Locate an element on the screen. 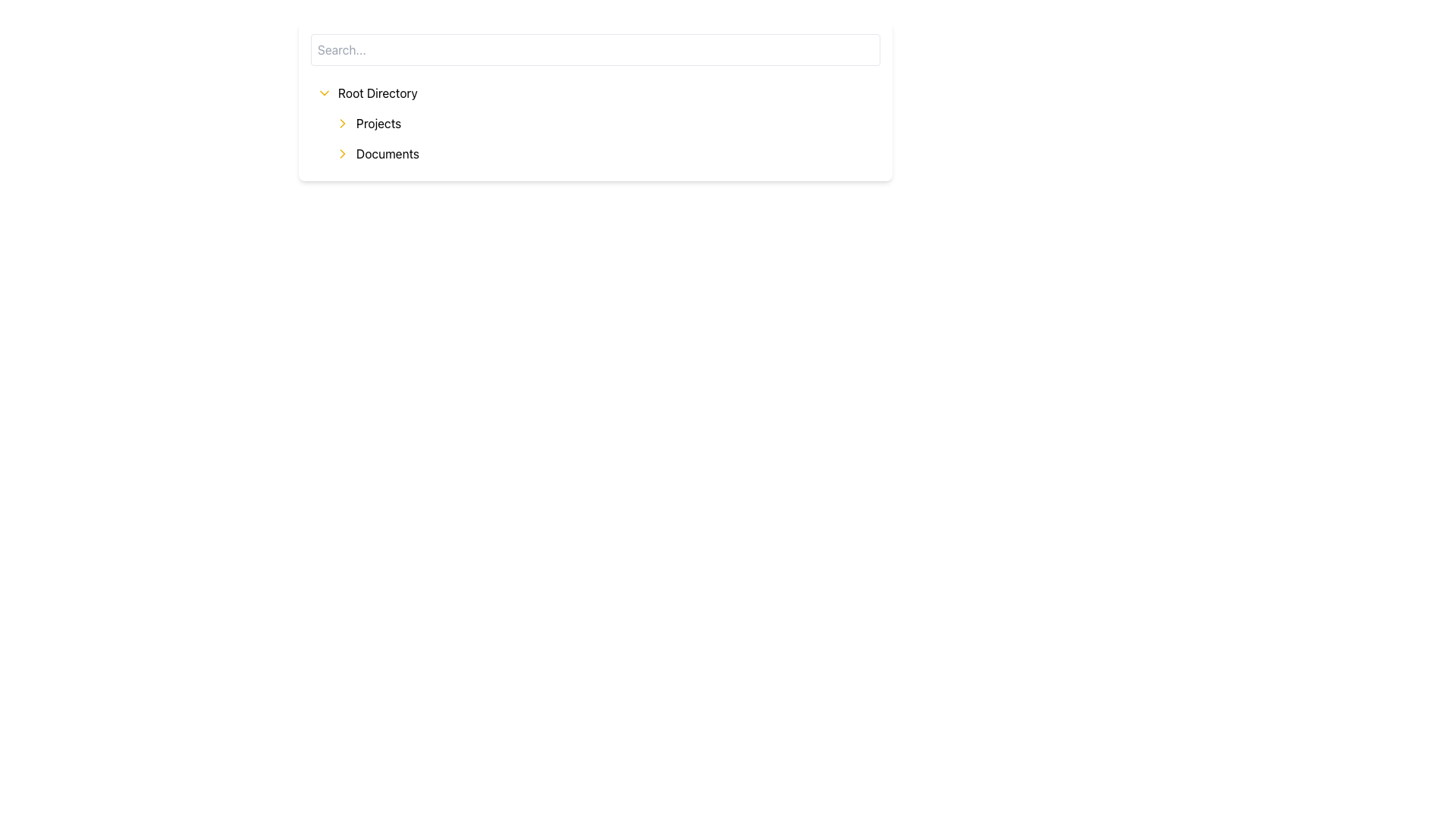  the text label representing the name of the top-level directory is located at coordinates (378, 93).